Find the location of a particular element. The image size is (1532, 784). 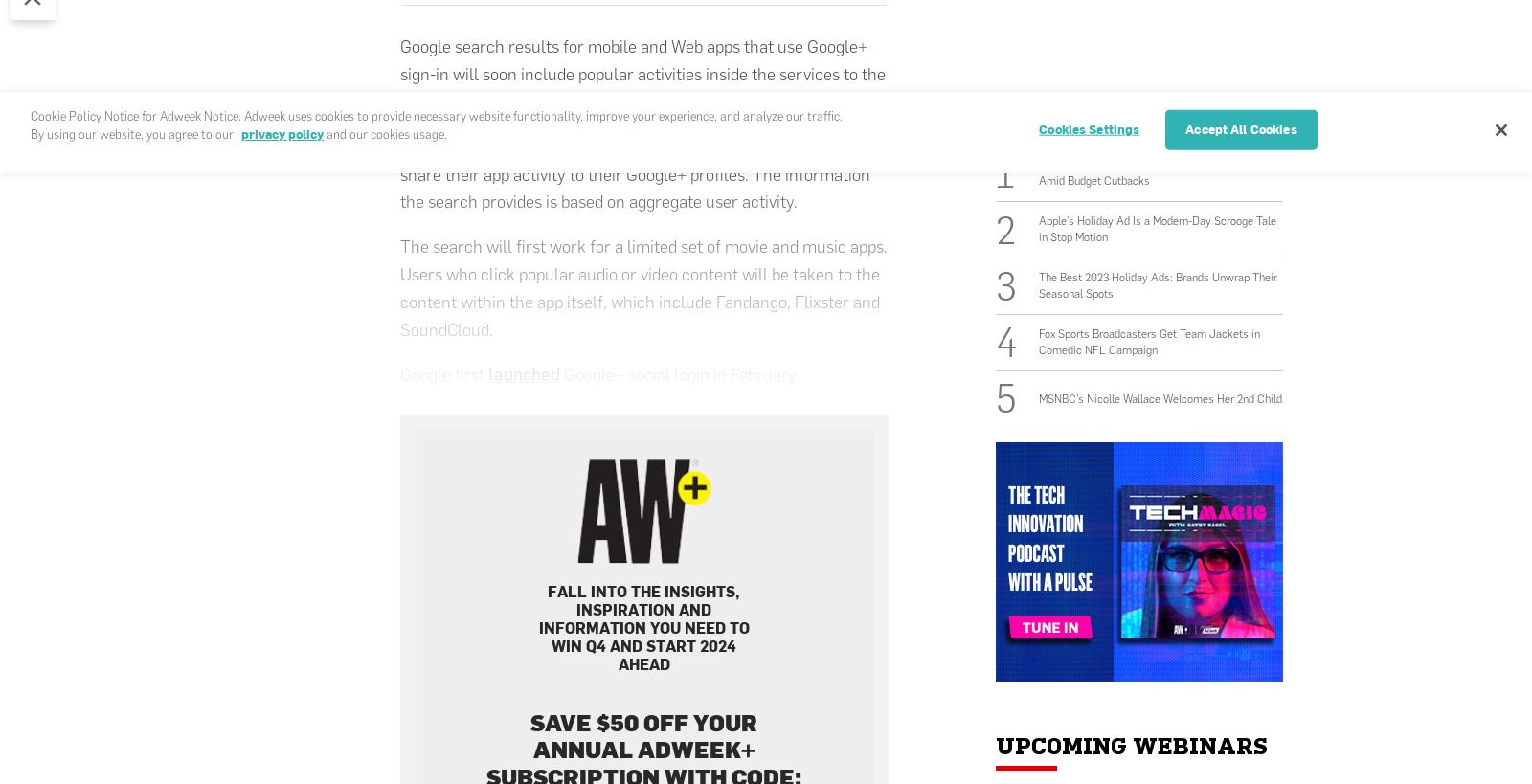

'launched' is located at coordinates (523, 372).